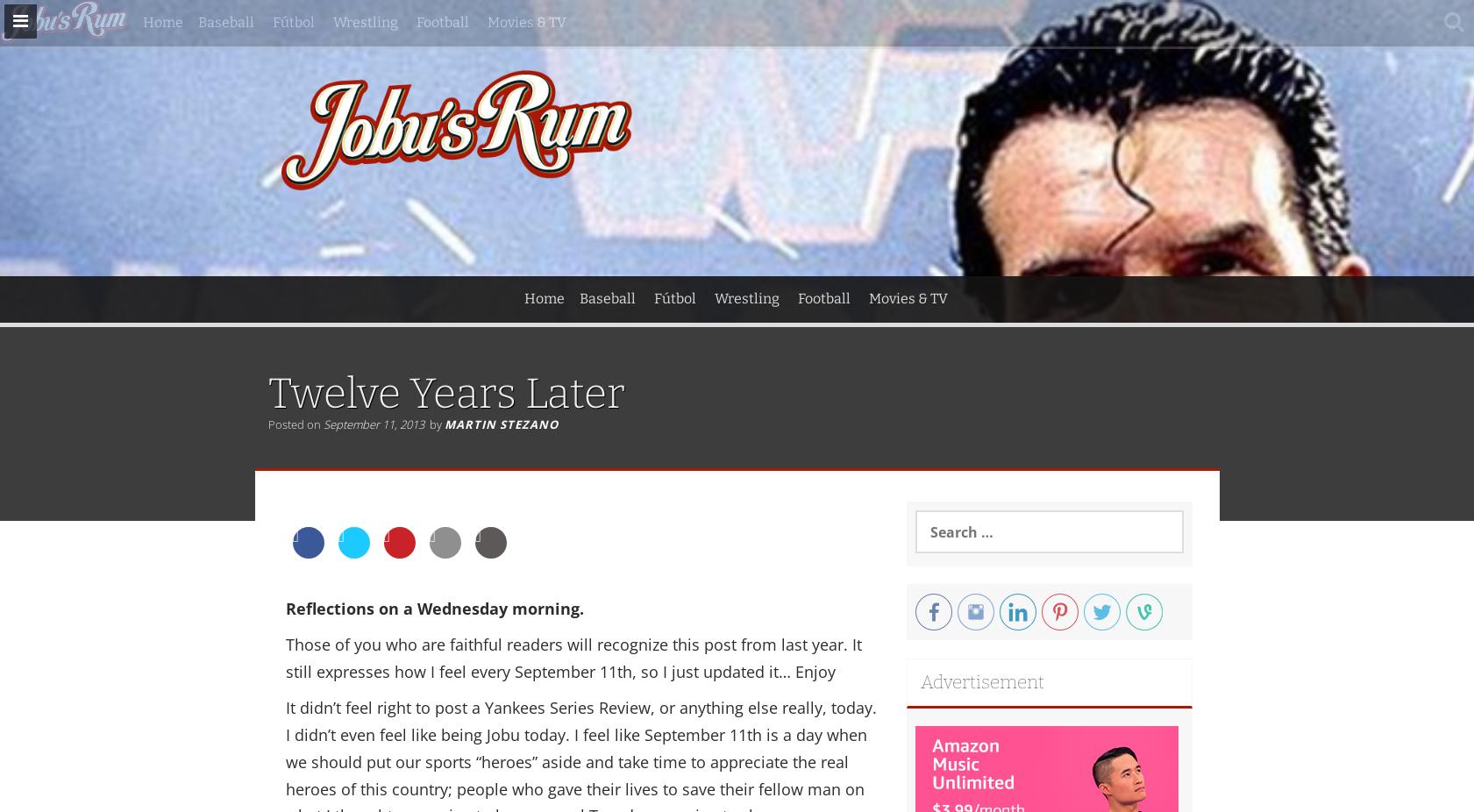 This screenshot has height=812, width=1474. I want to click on 'Wrestling', so click(745, 297).